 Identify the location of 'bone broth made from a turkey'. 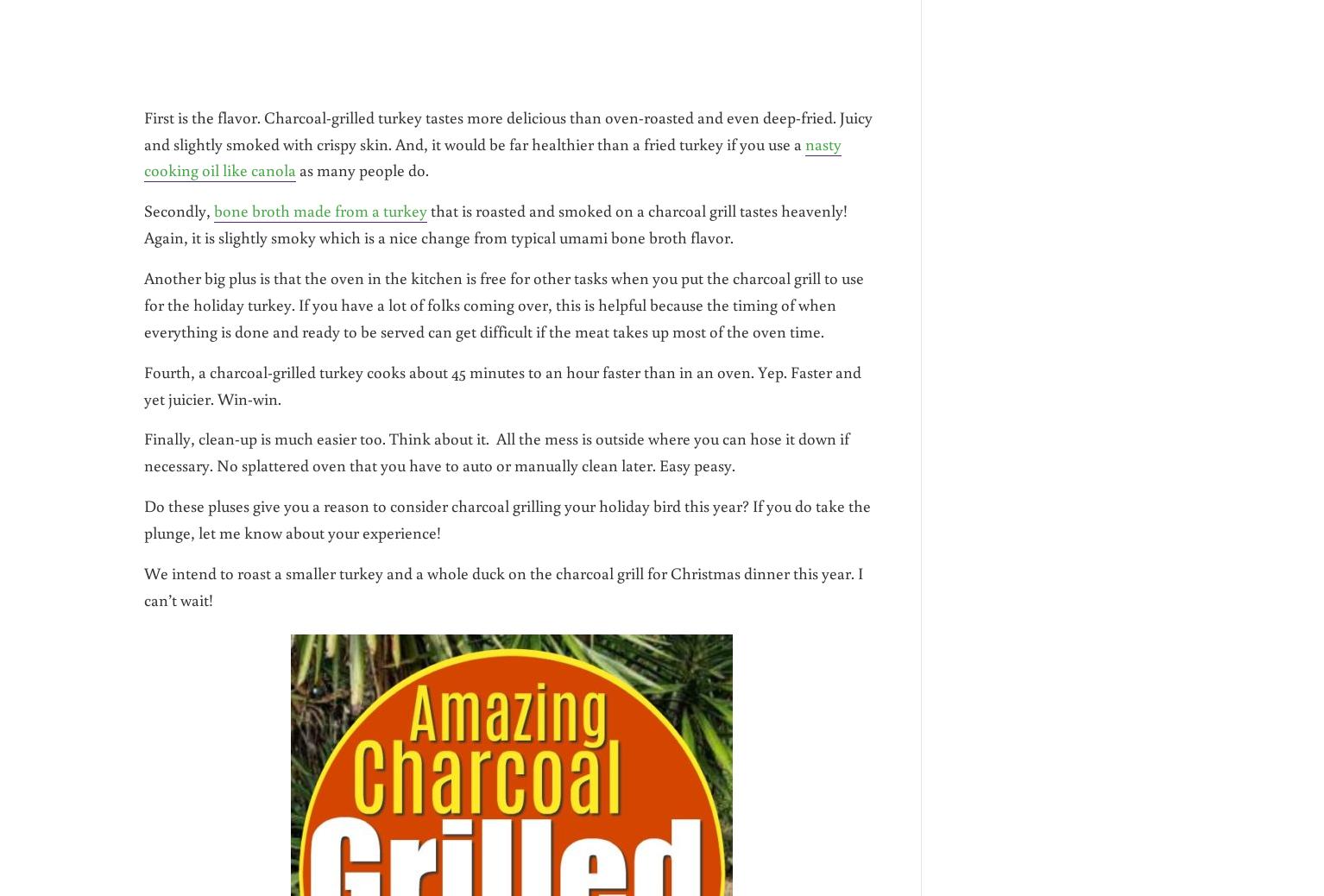
(320, 209).